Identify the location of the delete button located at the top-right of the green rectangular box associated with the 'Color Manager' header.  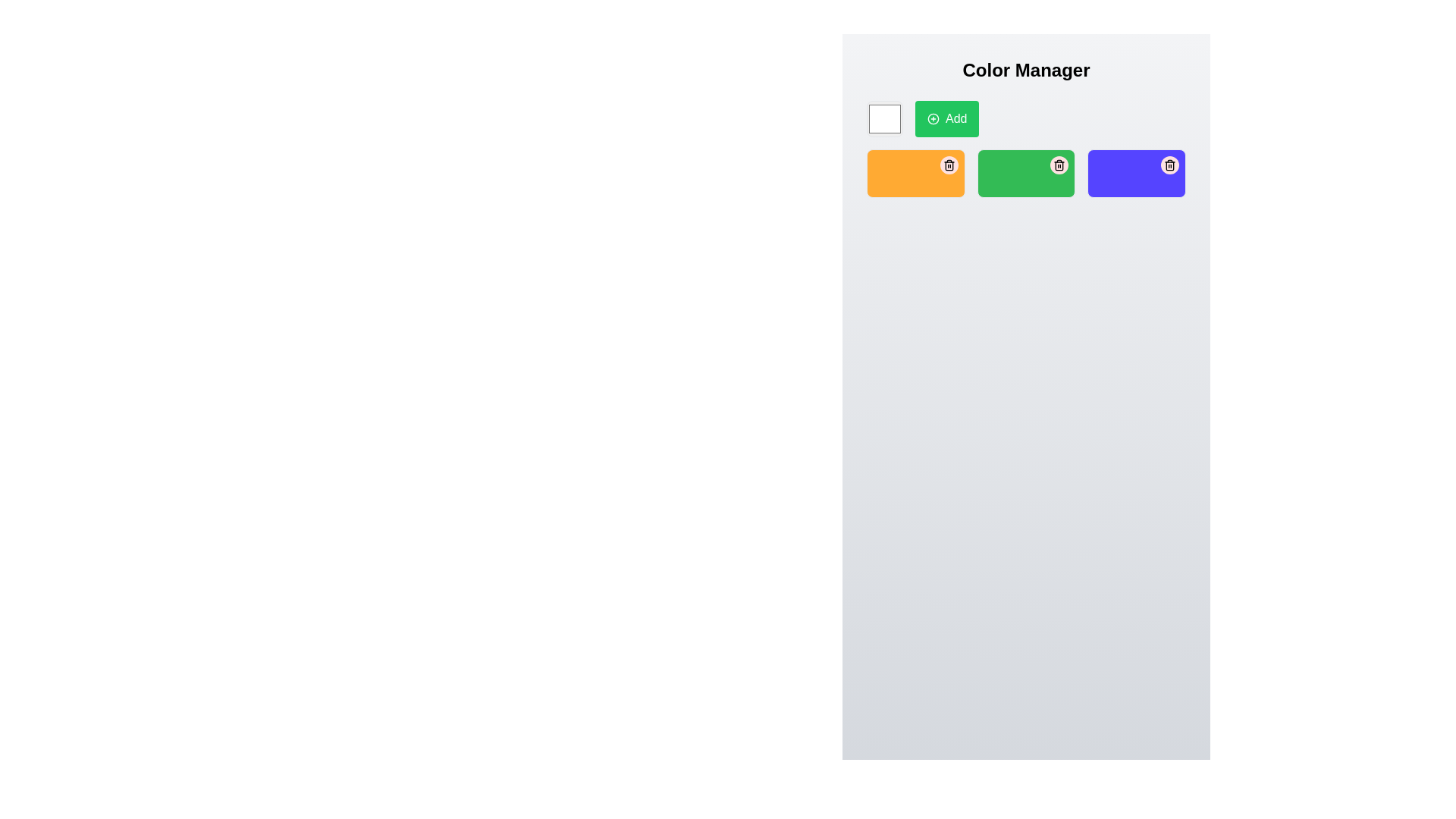
(1059, 165).